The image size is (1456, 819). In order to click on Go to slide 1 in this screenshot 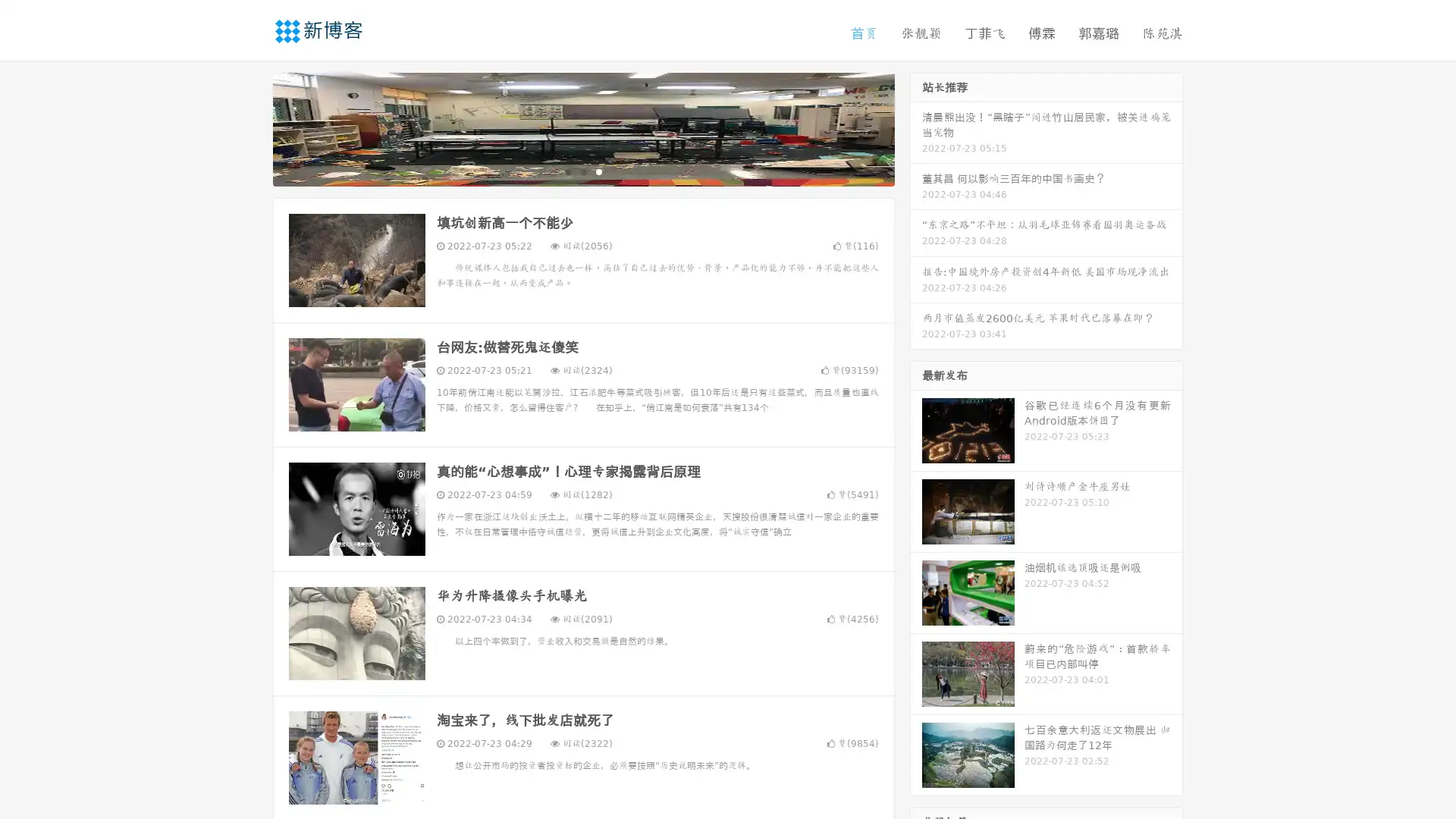, I will do `click(567, 171)`.